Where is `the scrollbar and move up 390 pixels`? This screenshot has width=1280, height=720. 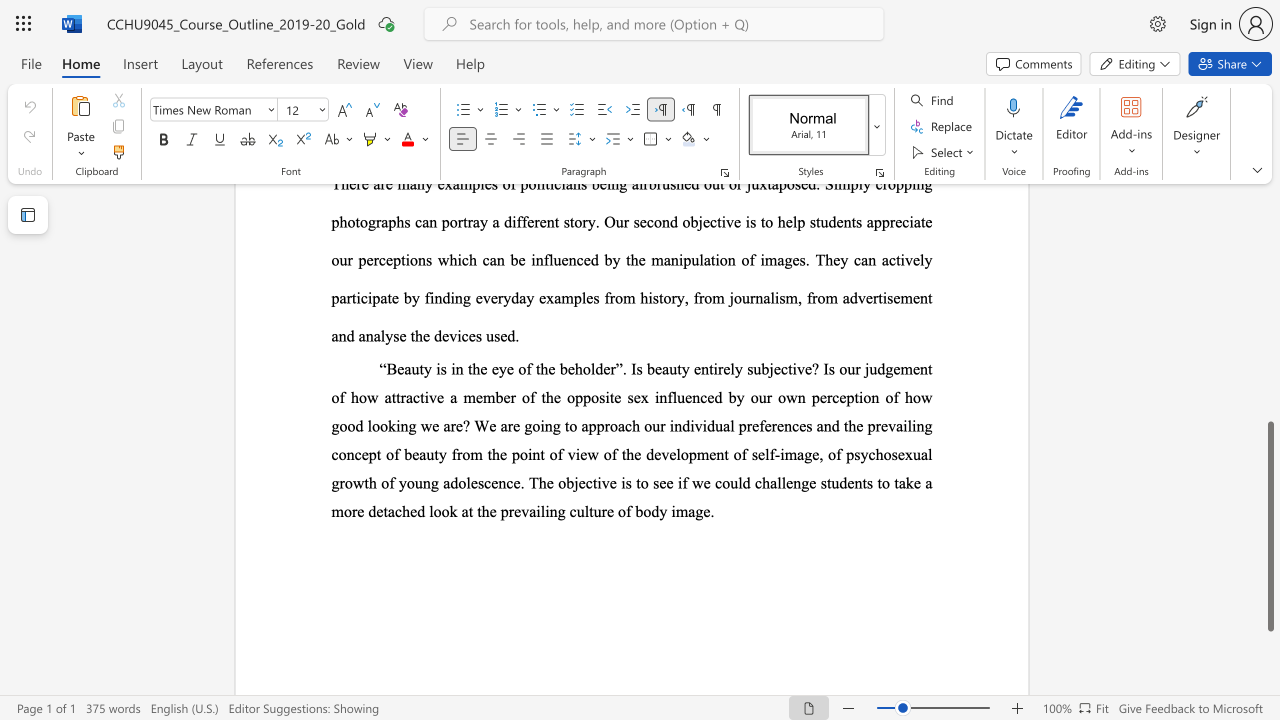 the scrollbar and move up 390 pixels is located at coordinates (1269, 525).